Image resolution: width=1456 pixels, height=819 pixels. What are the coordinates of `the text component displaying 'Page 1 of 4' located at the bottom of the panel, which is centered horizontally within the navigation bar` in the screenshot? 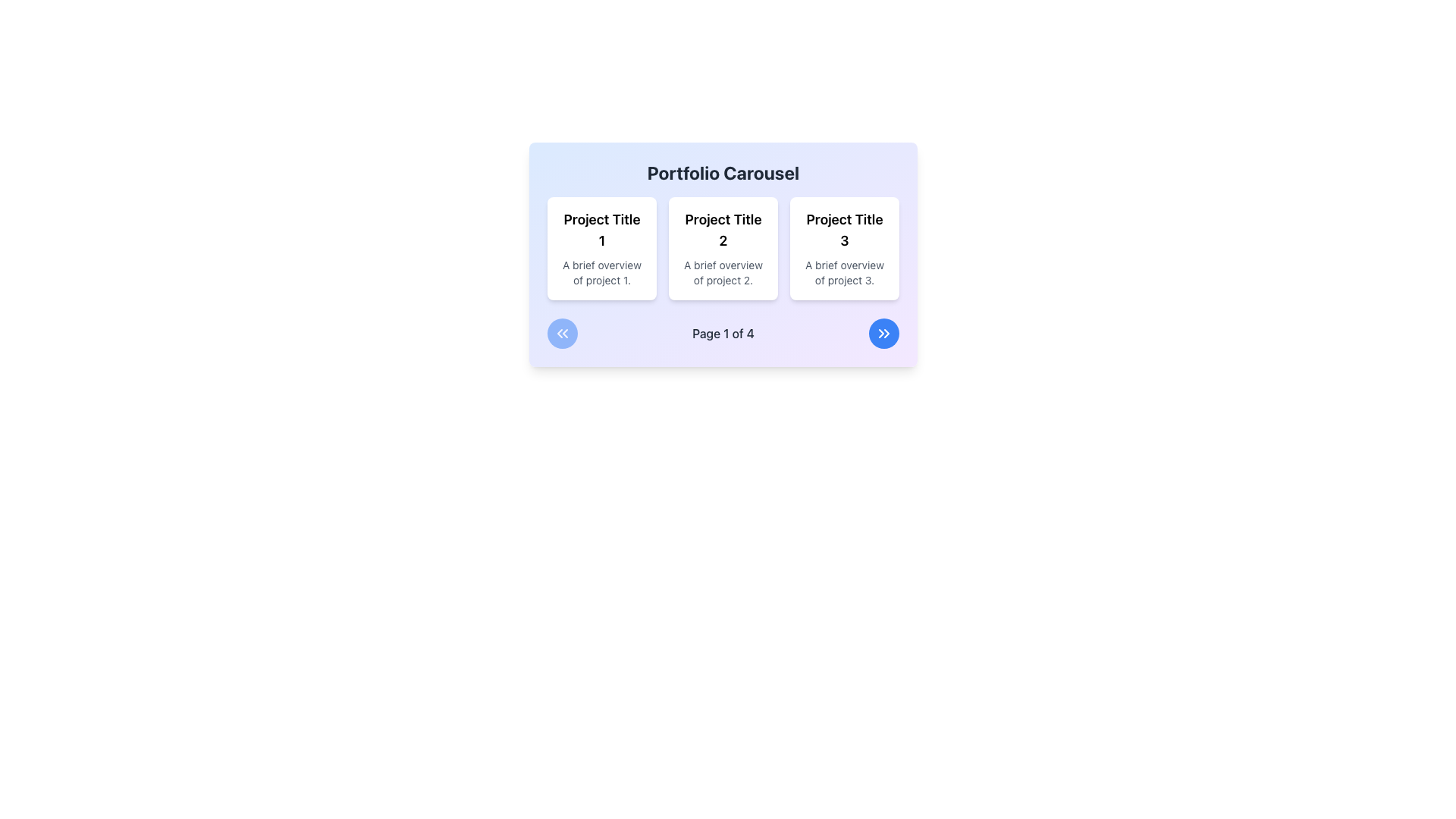 It's located at (723, 332).